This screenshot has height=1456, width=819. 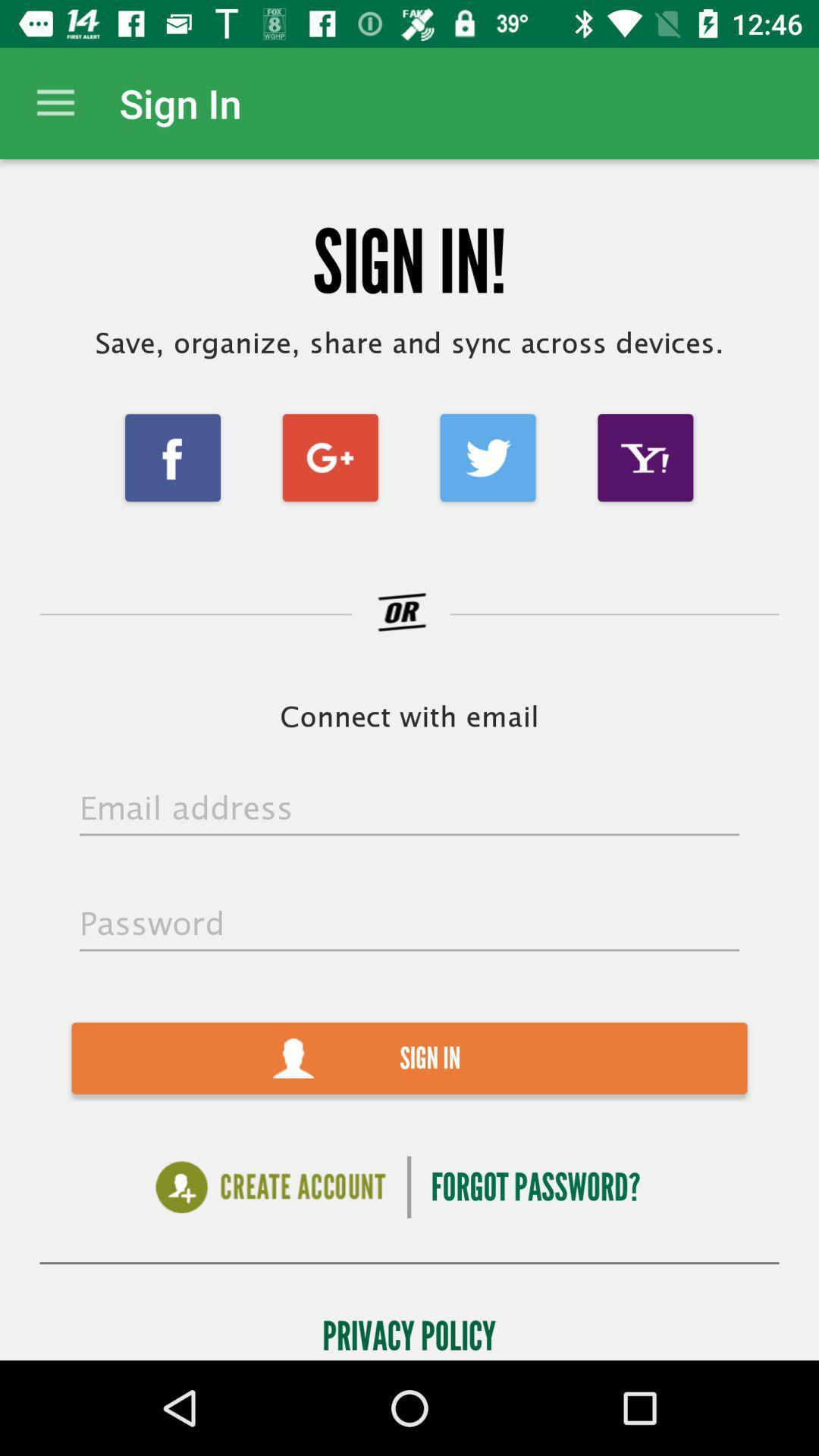 I want to click on privacy policy icon, so click(x=408, y=1331).